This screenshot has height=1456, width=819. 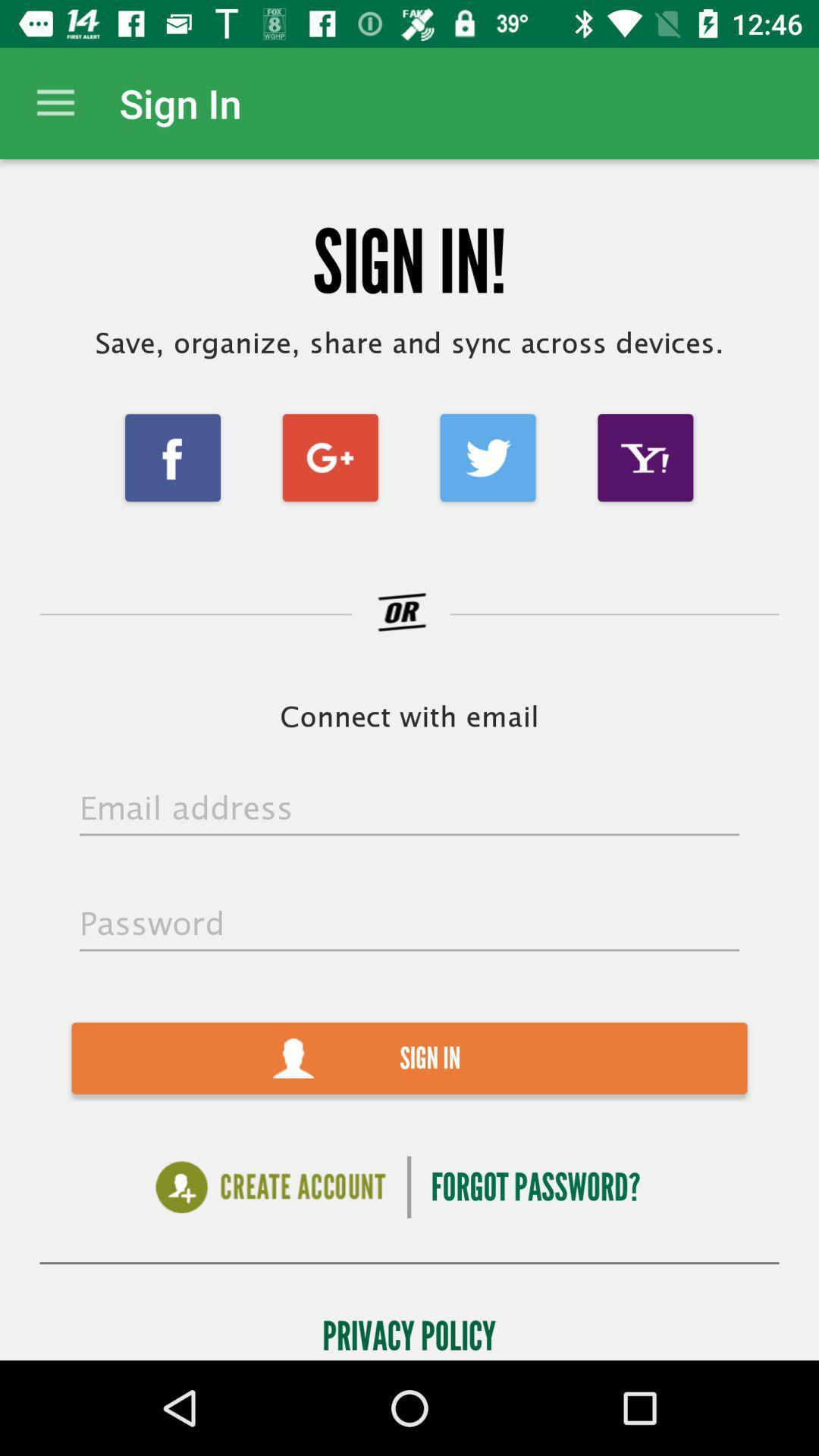 I want to click on privacy policy icon, so click(x=408, y=1331).